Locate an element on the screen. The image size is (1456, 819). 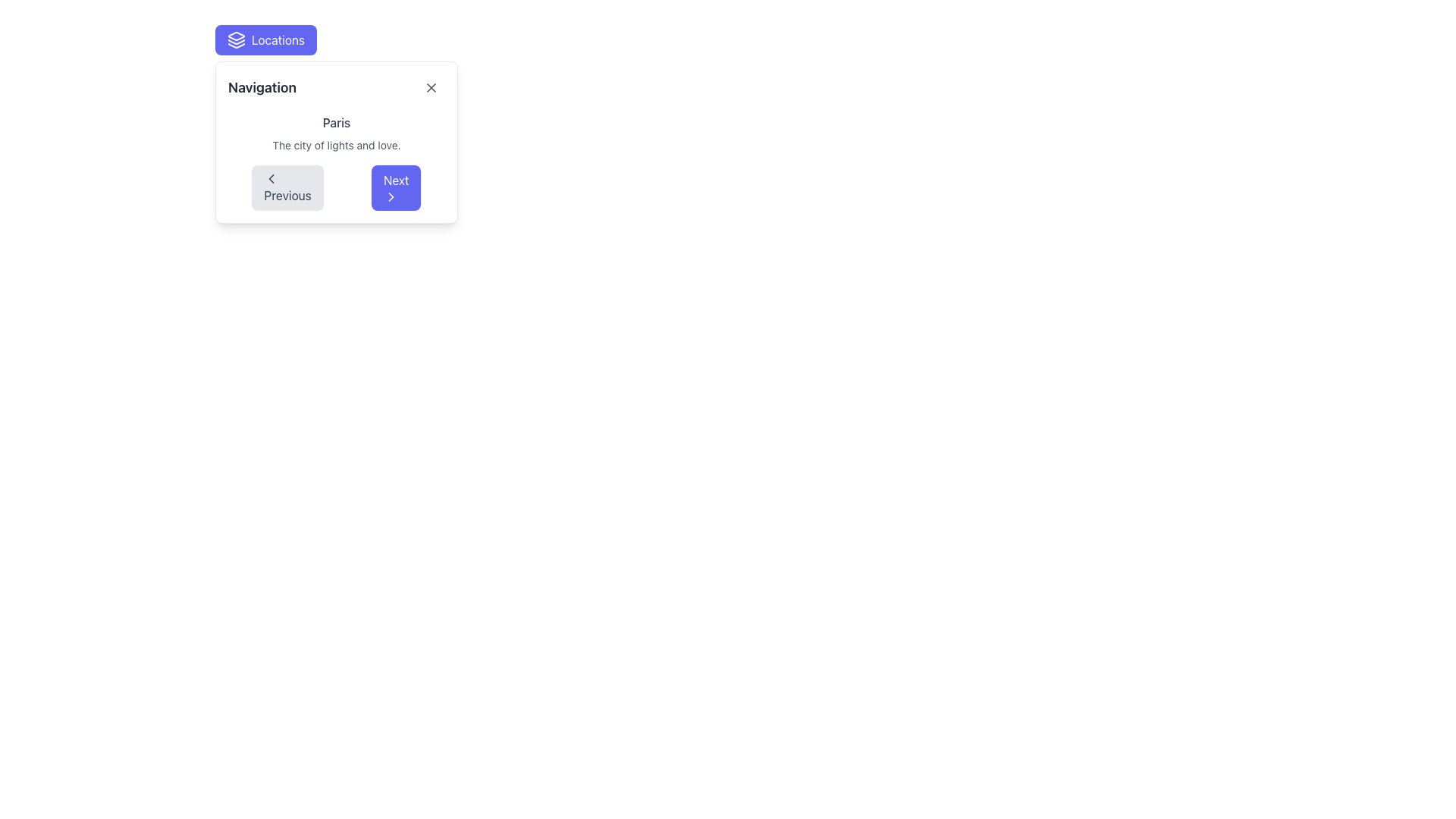
the navigational button located near the top left of the dialog box interface is located at coordinates (265, 39).